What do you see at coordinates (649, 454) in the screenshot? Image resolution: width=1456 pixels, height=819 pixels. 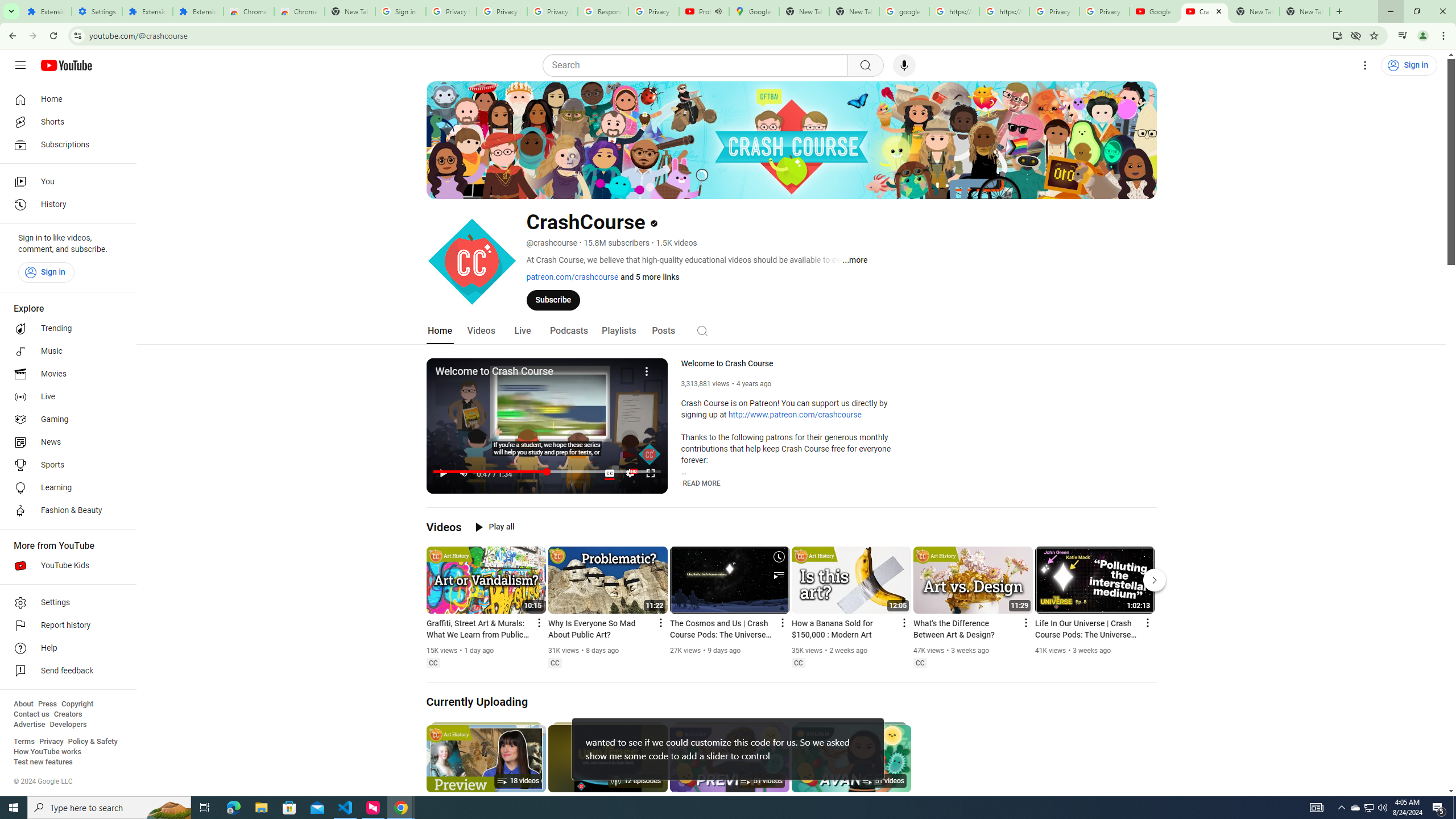 I see `'Channel watermark'` at bounding box center [649, 454].